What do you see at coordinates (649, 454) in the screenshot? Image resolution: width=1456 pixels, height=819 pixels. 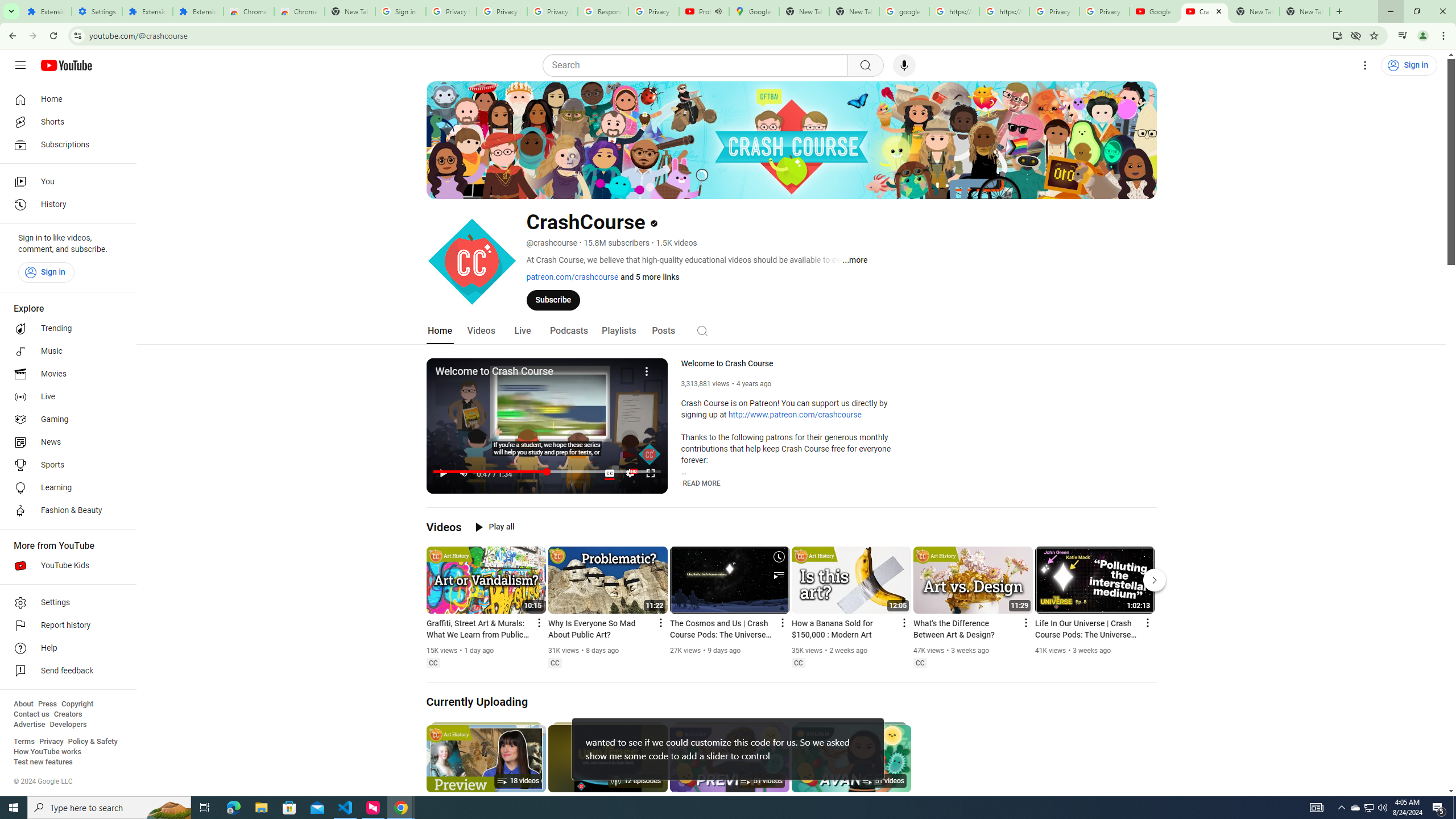 I see `'Channel watermark'` at bounding box center [649, 454].